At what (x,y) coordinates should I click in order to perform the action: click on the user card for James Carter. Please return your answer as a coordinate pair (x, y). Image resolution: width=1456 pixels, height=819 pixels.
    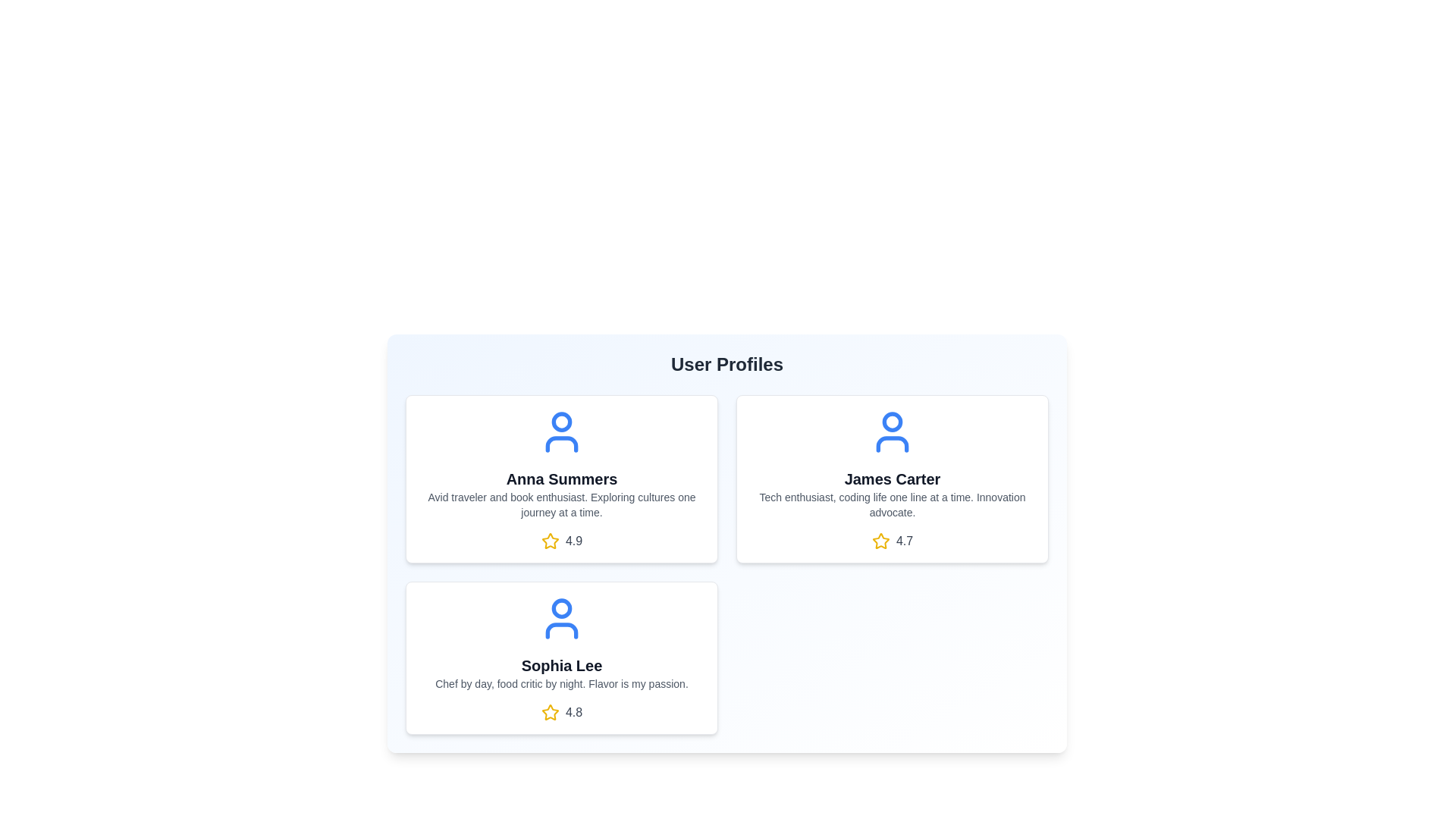
    Looking at the image, I should click on (892, 479).